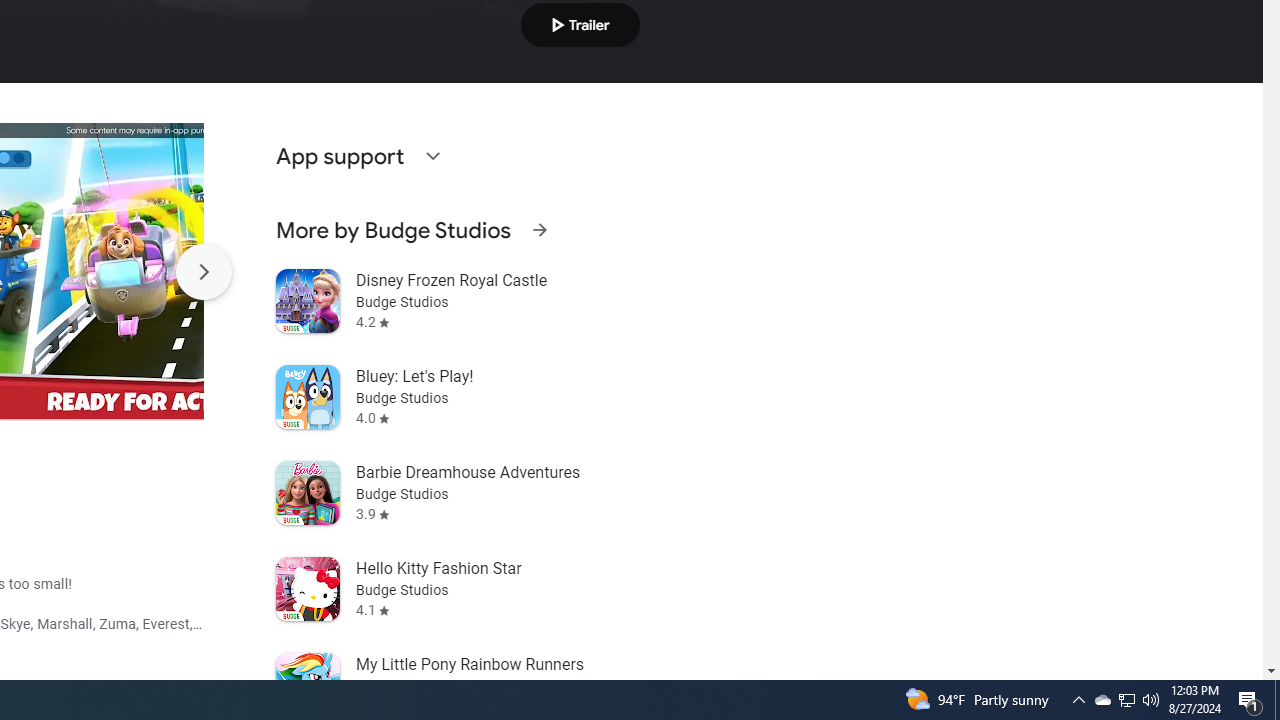 The width and height of the screenshot is (1280, 720). Describe the element at coordinates (579, 24) in the screenshot. I see `'Play trailer'` at that location.